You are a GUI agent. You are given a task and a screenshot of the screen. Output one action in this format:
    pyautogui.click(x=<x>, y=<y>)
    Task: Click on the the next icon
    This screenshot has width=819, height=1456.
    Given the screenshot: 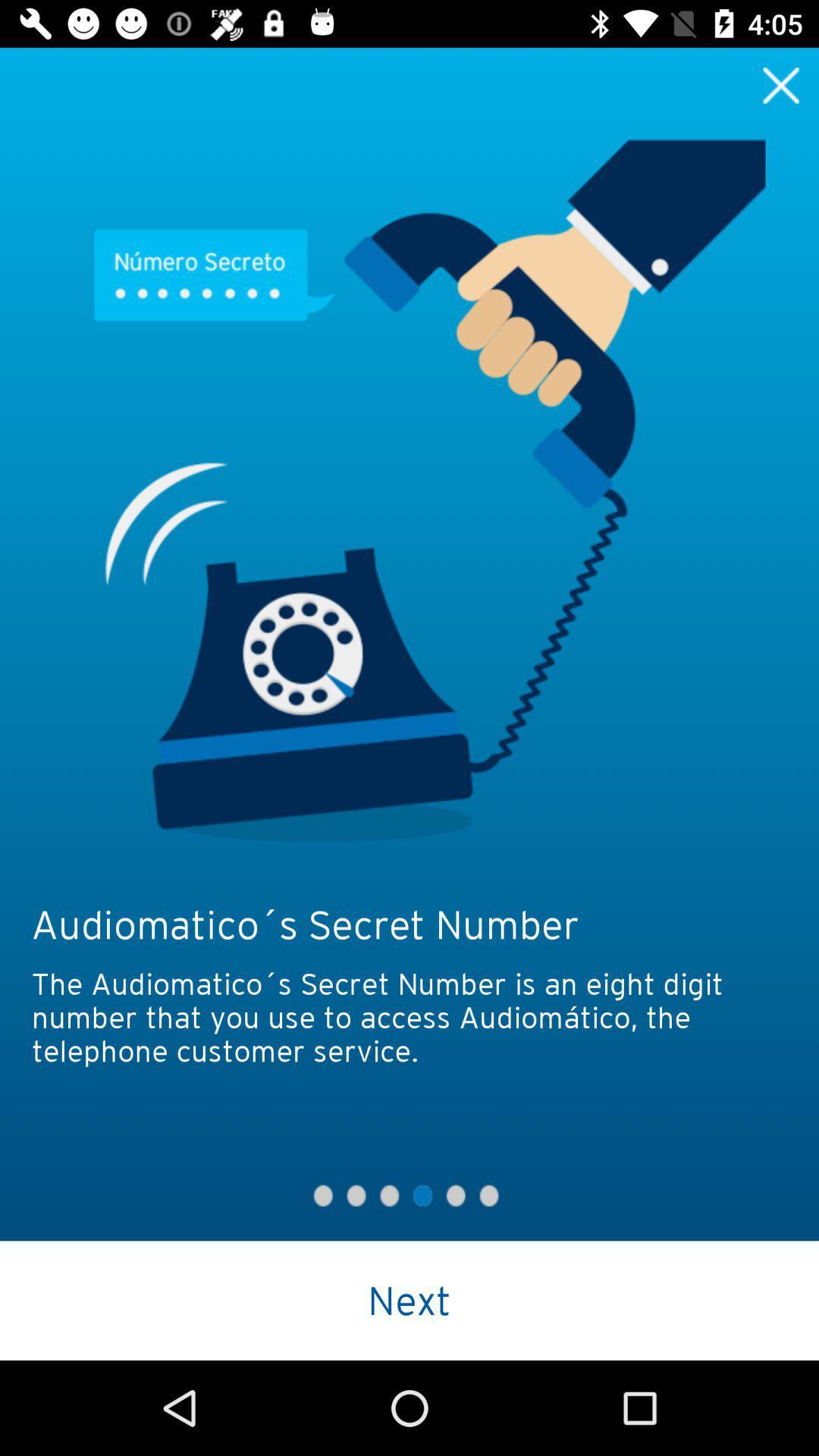 What is the action you would take?
    pyautogui.click(x=409, y=1300)
    